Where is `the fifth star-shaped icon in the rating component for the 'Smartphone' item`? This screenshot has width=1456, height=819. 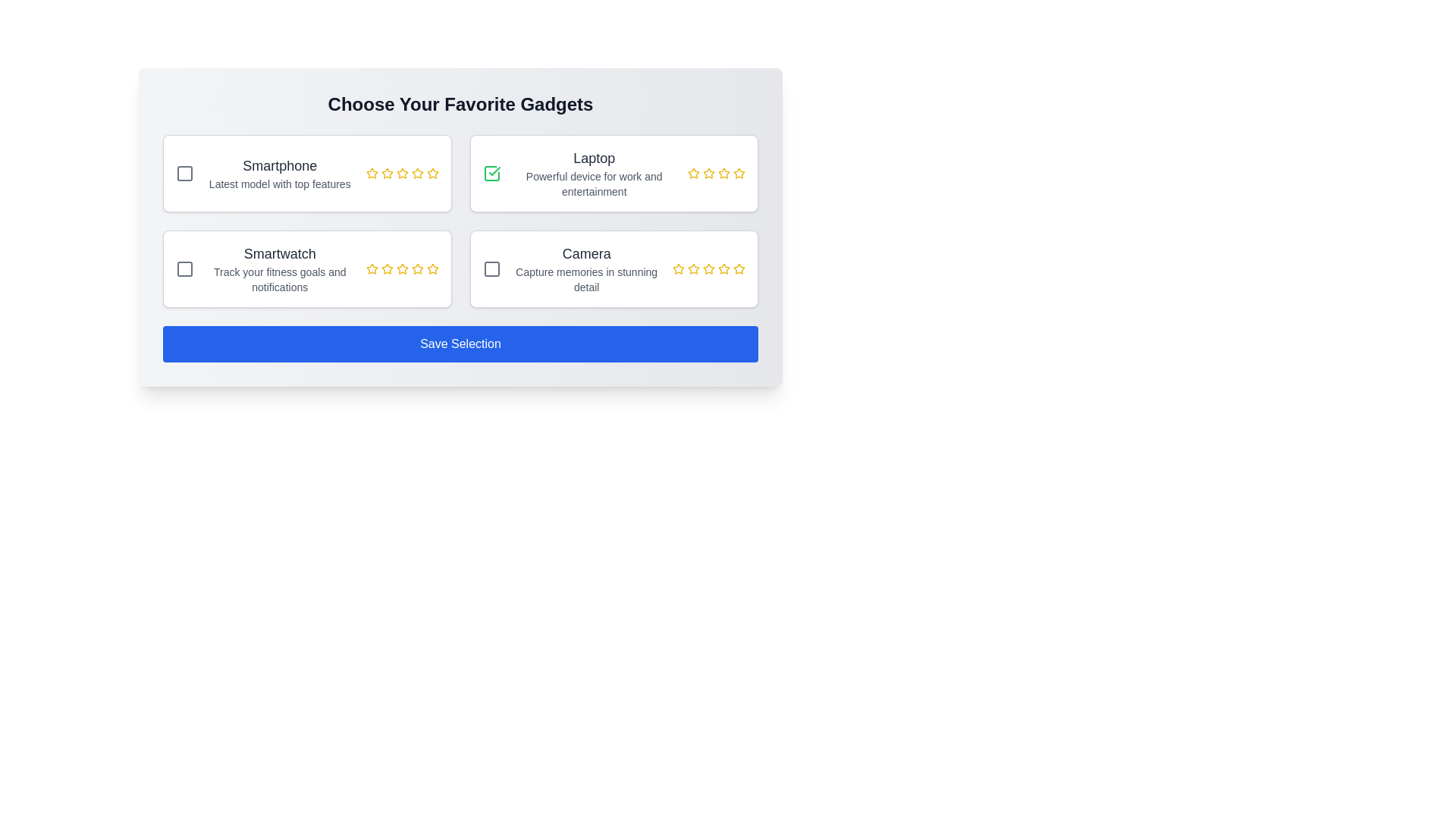
the fifth star-shaped icon in the rating component for the 'Smartphone' item is located at coordinates (417, 172).